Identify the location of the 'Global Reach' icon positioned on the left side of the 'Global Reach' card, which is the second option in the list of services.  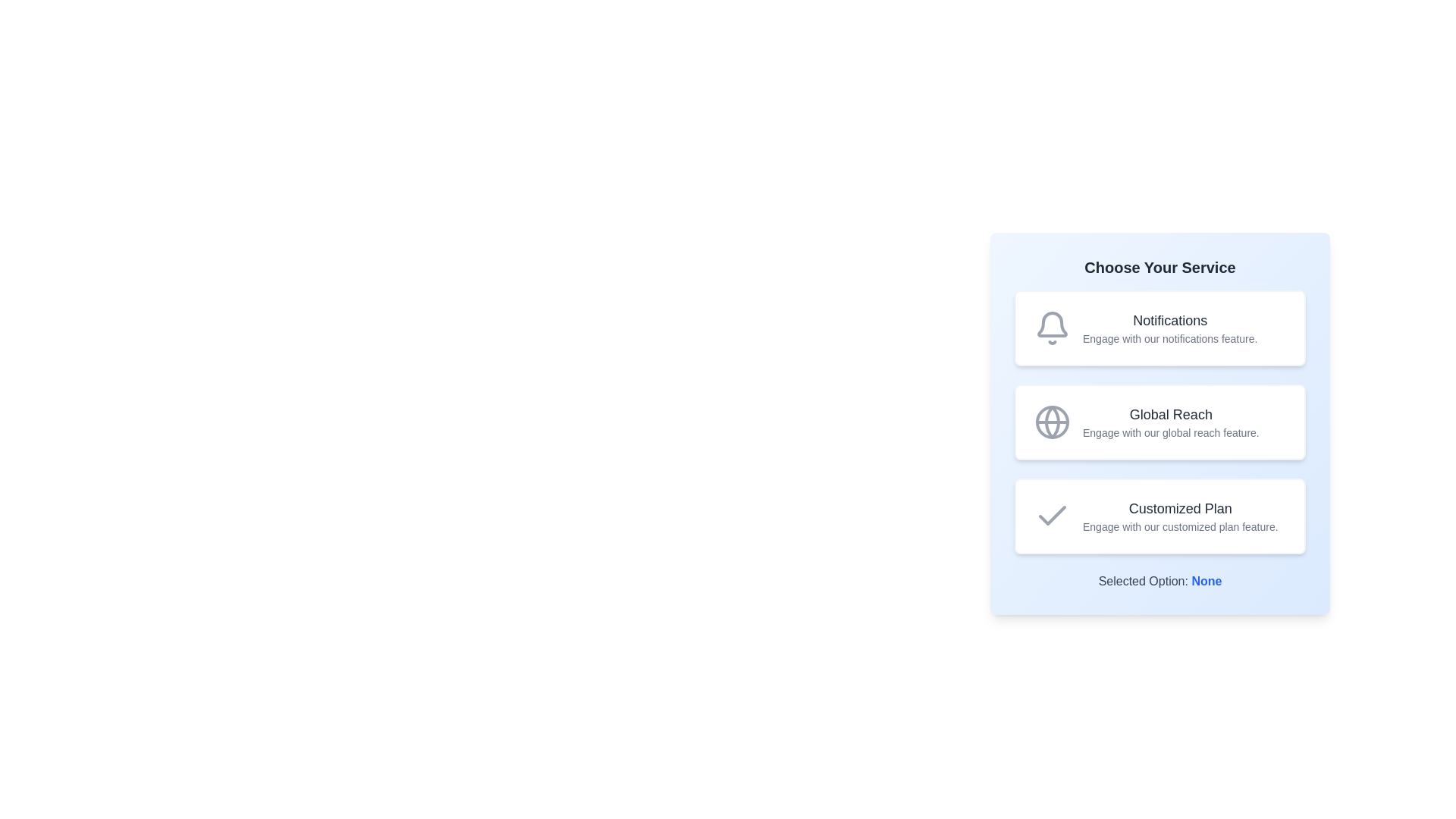
(1051, 422).